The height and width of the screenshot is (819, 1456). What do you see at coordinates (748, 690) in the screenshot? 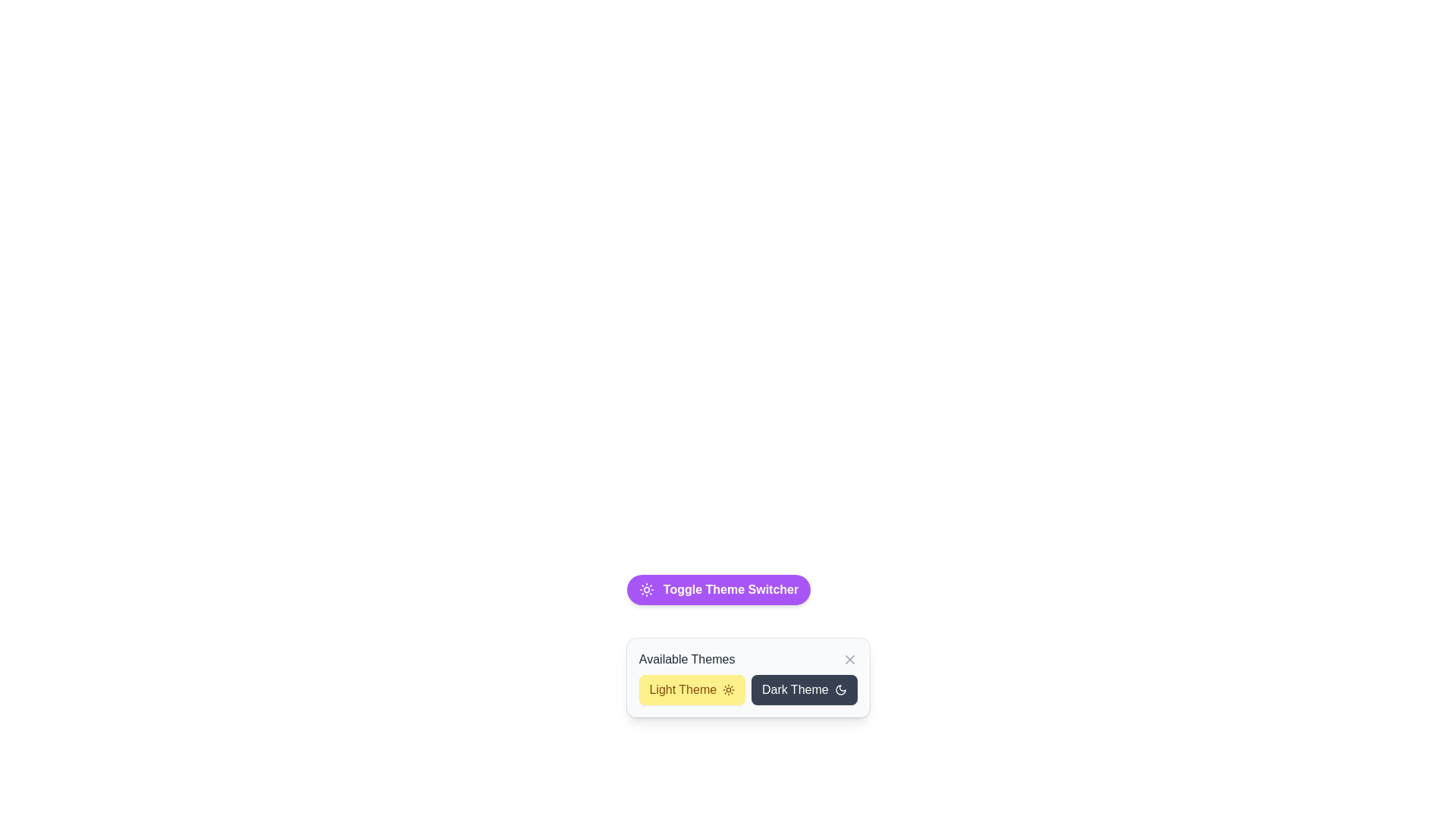
I see `the 'Dark Theme' section in the selectable grid for theme options` at bounding box center [748, 690].